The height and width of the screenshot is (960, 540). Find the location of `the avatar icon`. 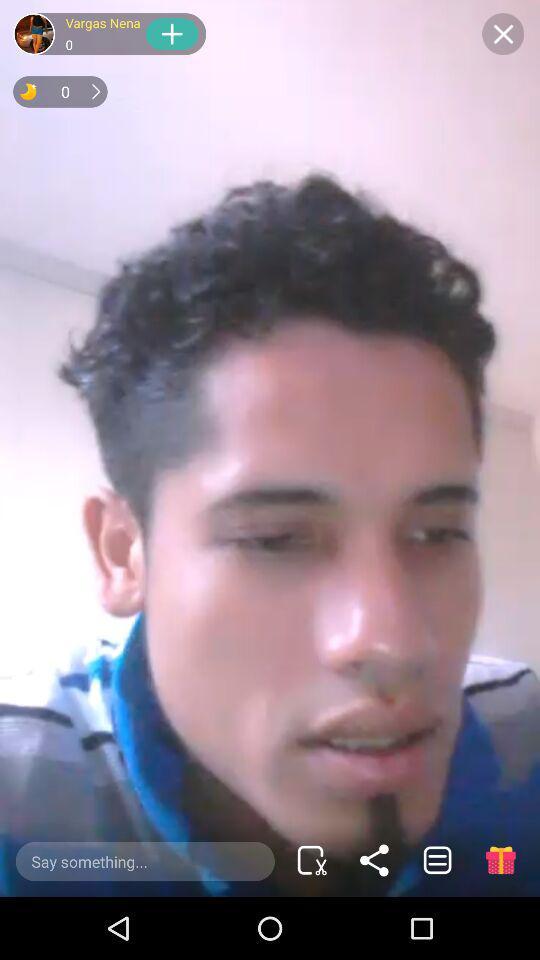

the avatar icon is located at coordinates (33, 33).